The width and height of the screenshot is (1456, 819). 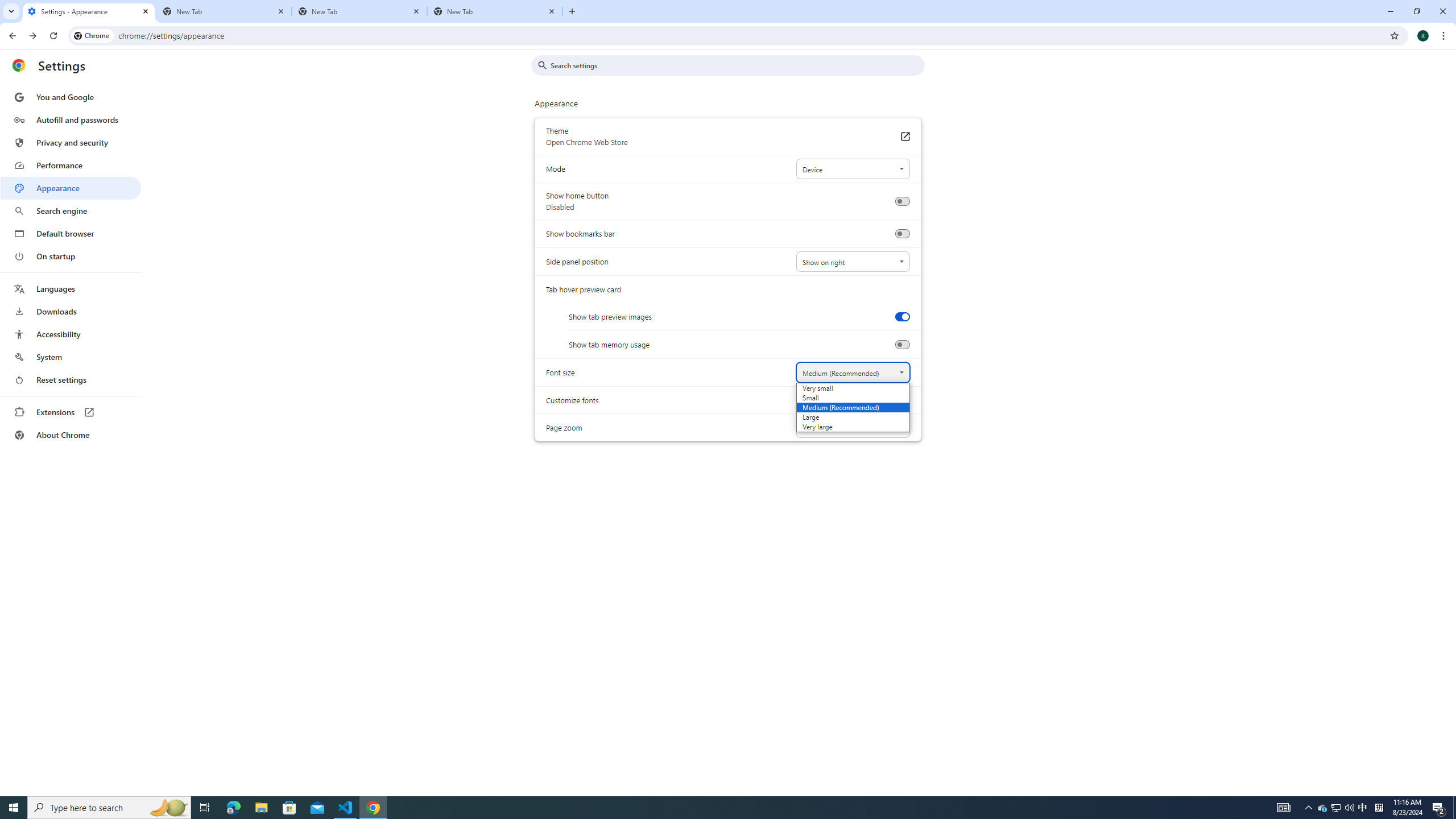 What do you see at coordinates (70, 119) in the screenshot?
I see `'Autofill and passwords'` at bounding box center [70, 119].